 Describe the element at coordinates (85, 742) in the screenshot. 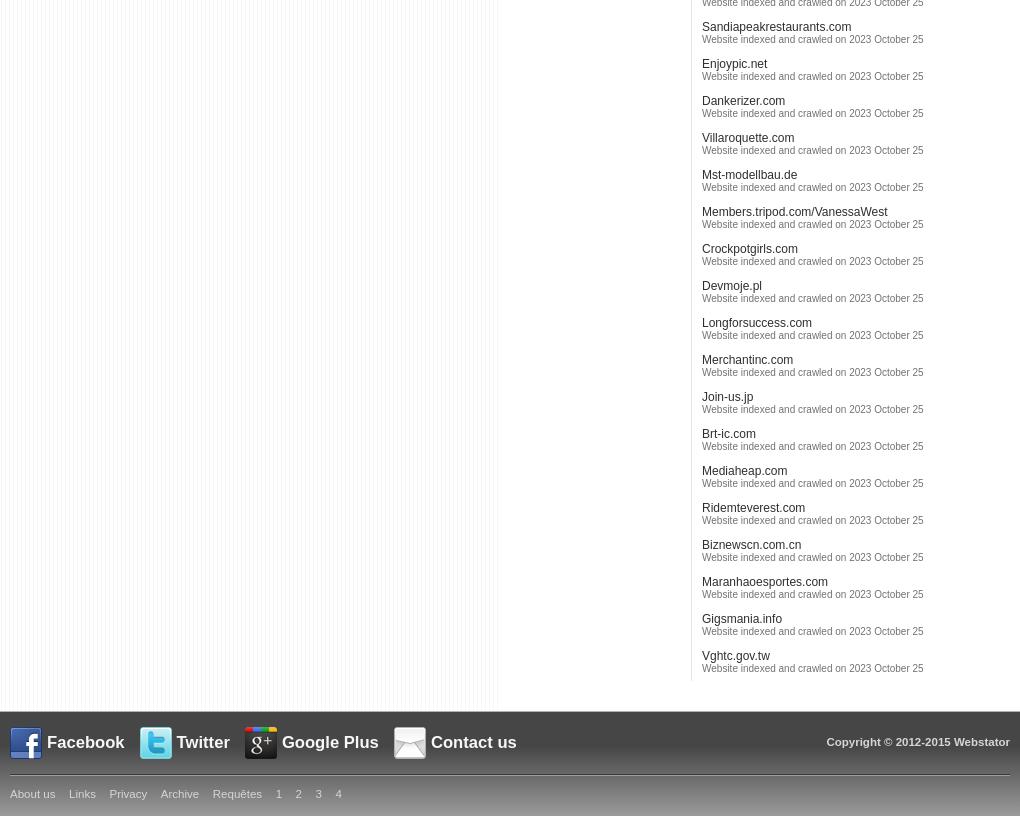

I see `'Facebook'` at that location.